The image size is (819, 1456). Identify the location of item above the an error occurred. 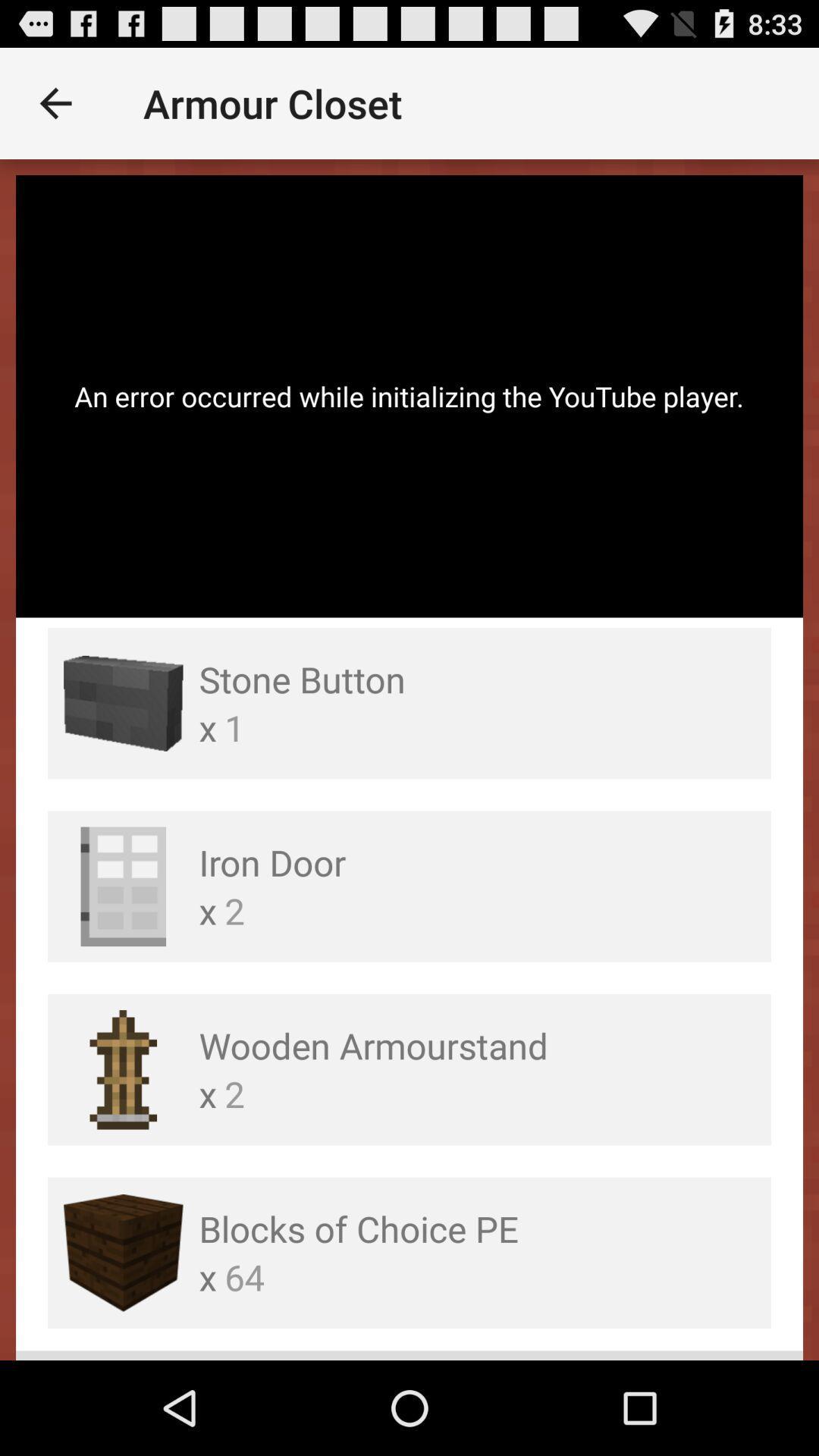
(55, 102).